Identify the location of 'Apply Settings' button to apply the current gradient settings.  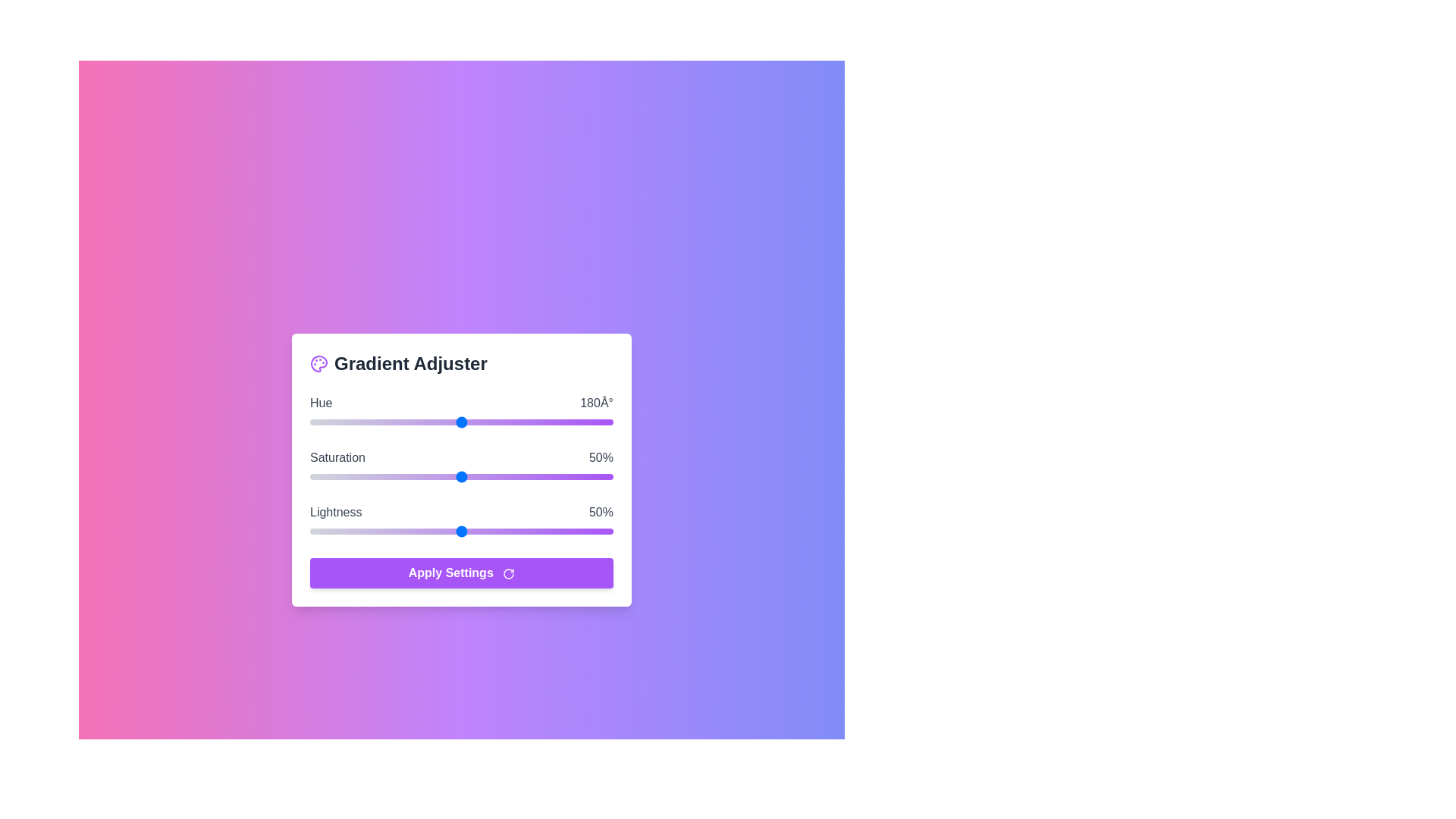
(461, 573).